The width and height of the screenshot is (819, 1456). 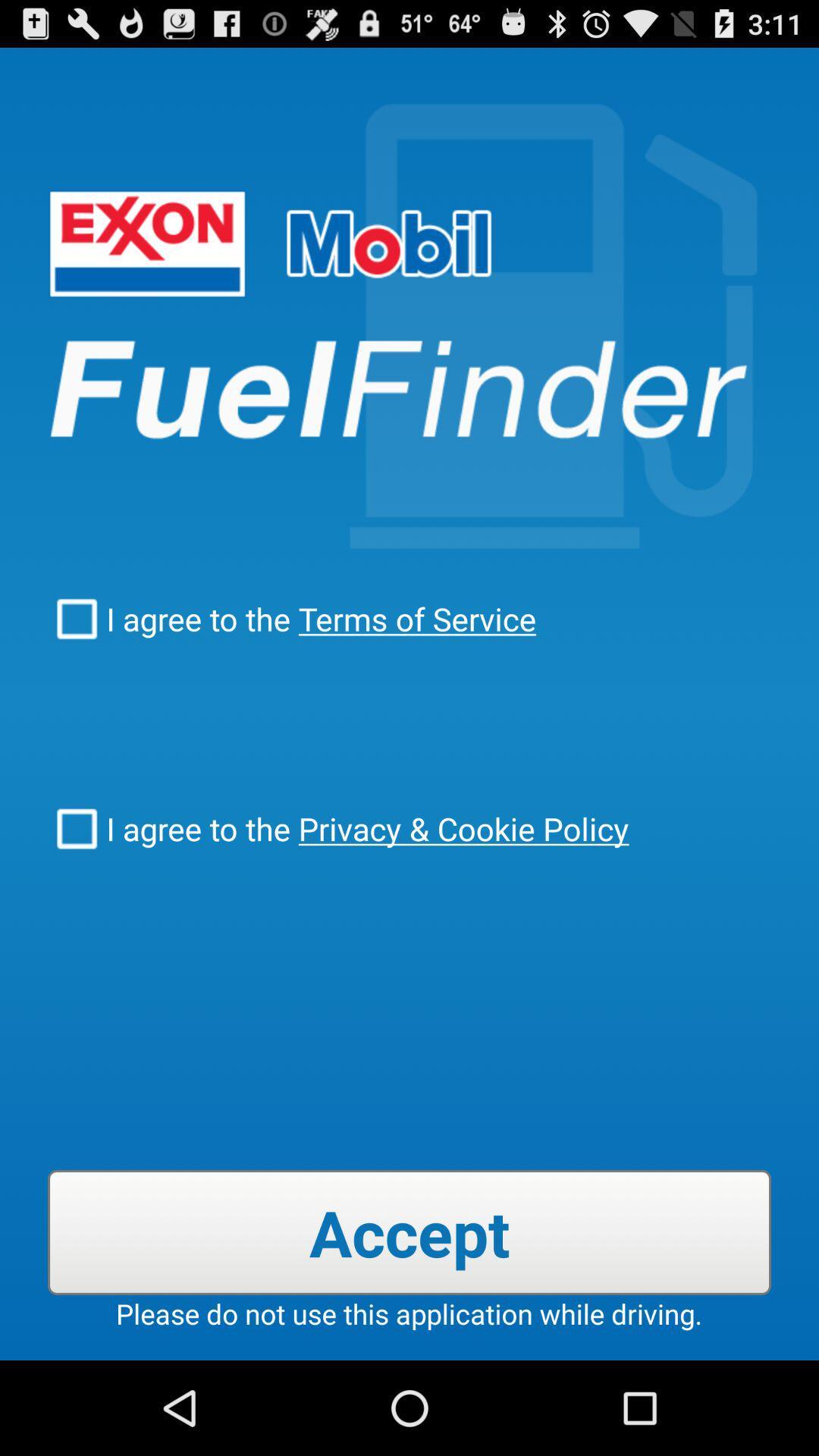 I want to click on accept item, so click(x=409, y=1232).